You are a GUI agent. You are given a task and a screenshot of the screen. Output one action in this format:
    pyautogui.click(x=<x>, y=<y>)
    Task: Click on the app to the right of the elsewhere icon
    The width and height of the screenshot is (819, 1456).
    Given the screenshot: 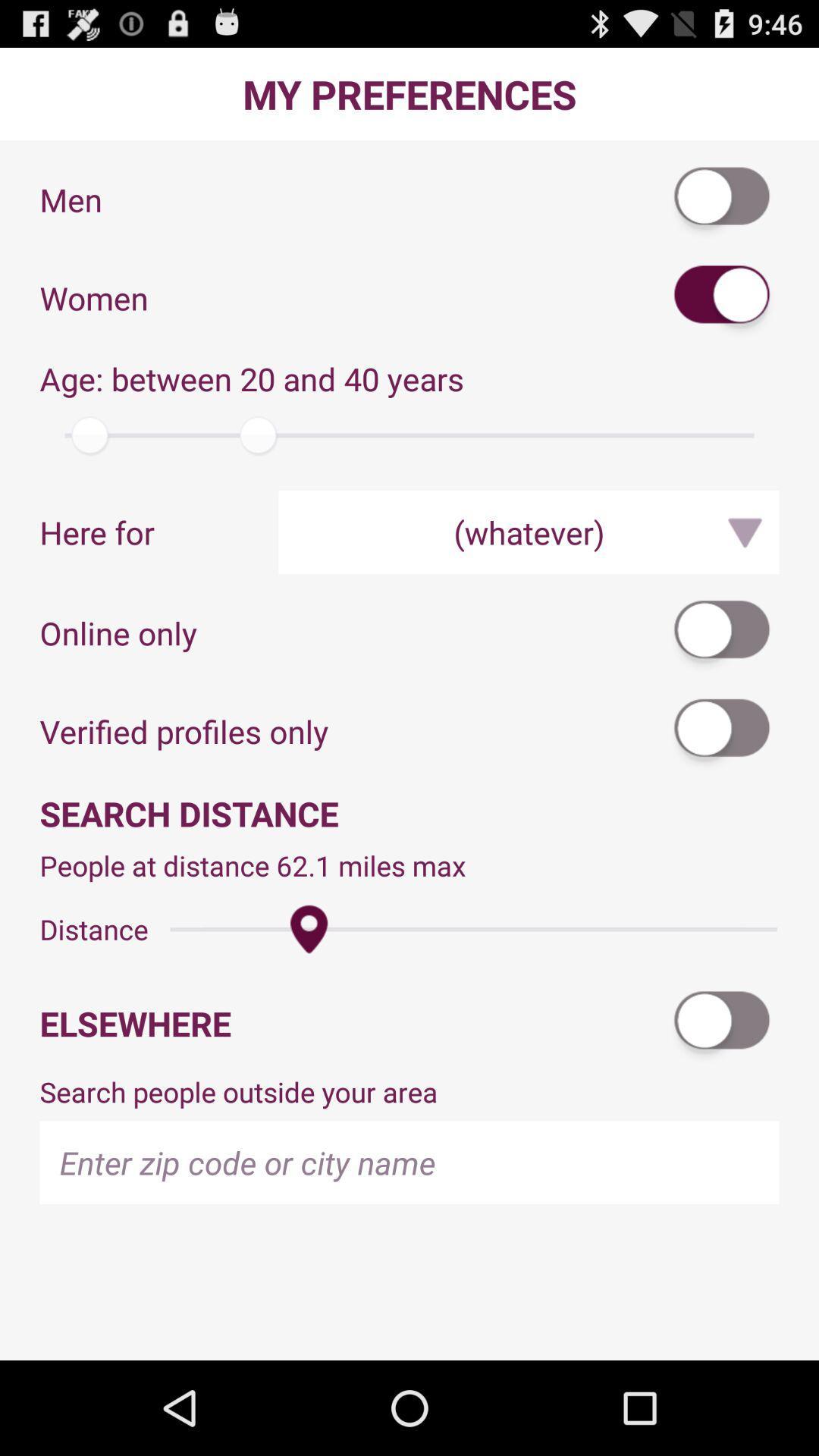 What is the action you would take?
    pyautogui.click(x=722, y=1023)
    